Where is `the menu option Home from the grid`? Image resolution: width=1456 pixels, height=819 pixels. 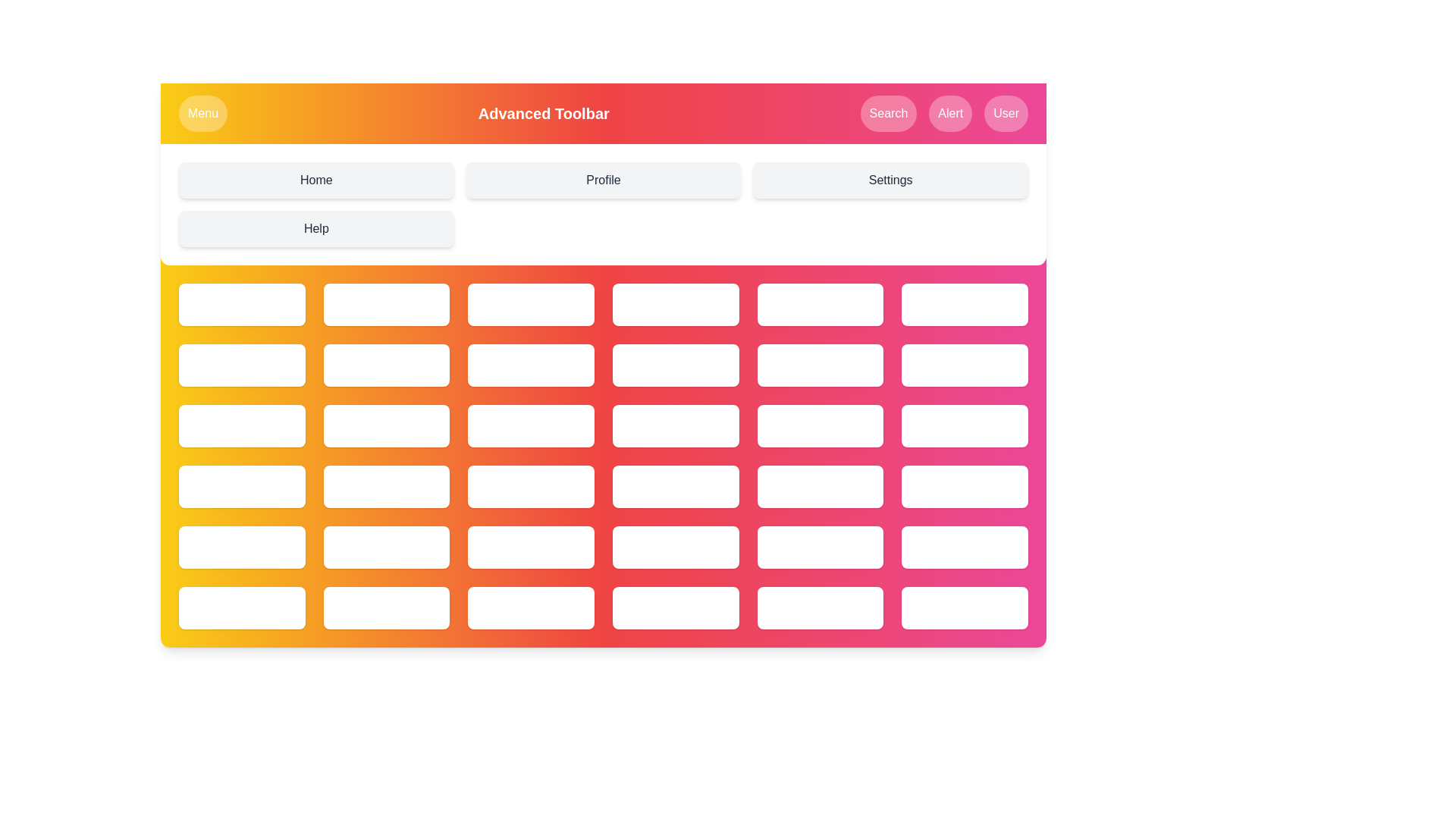
the menu option Home from the grid is located at coordinates (315, 180).